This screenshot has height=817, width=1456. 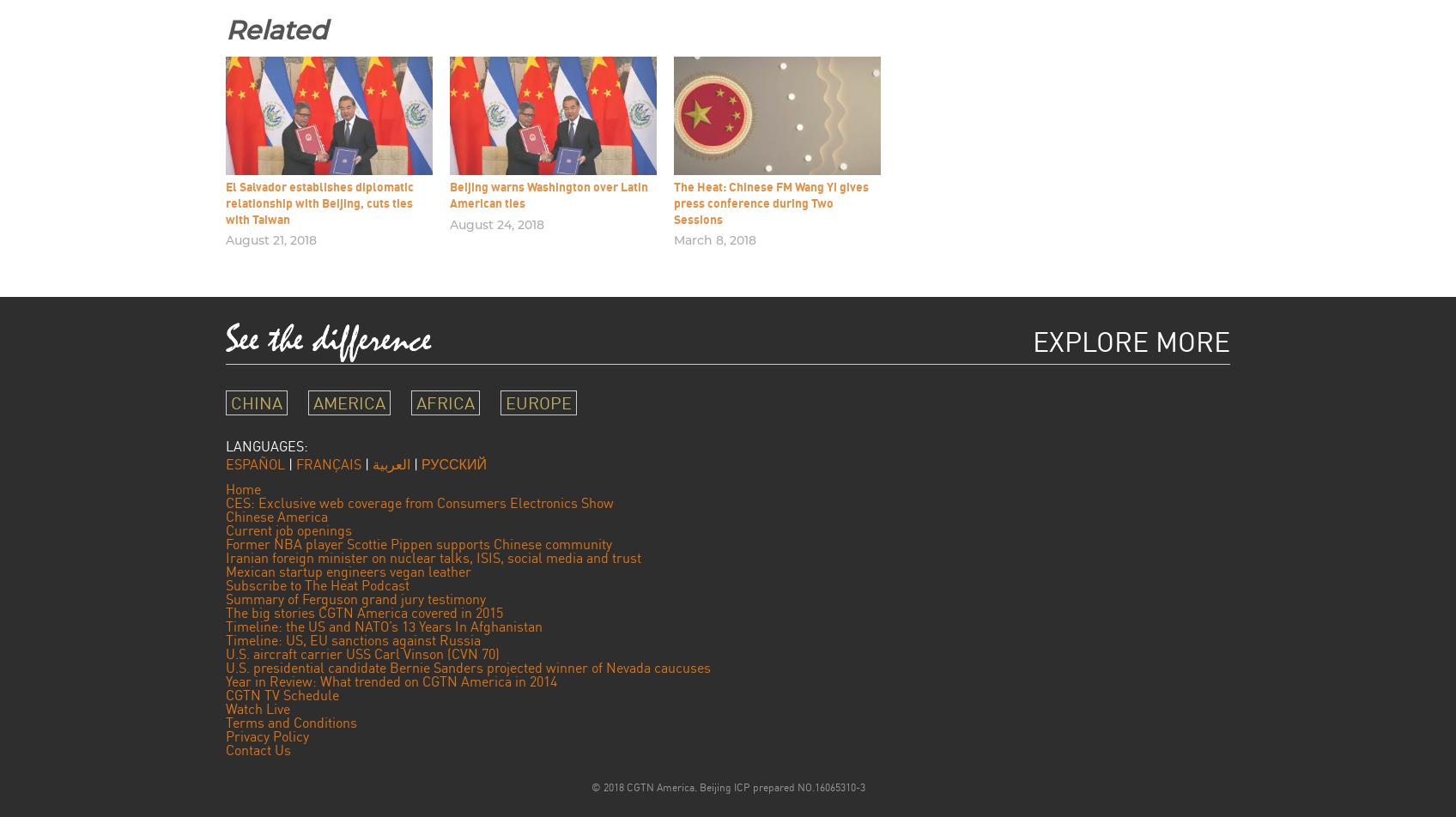 I want to click on 'CES: Exclusive web coverage from Consumers Electronics Show', so click(x=225, y=502).